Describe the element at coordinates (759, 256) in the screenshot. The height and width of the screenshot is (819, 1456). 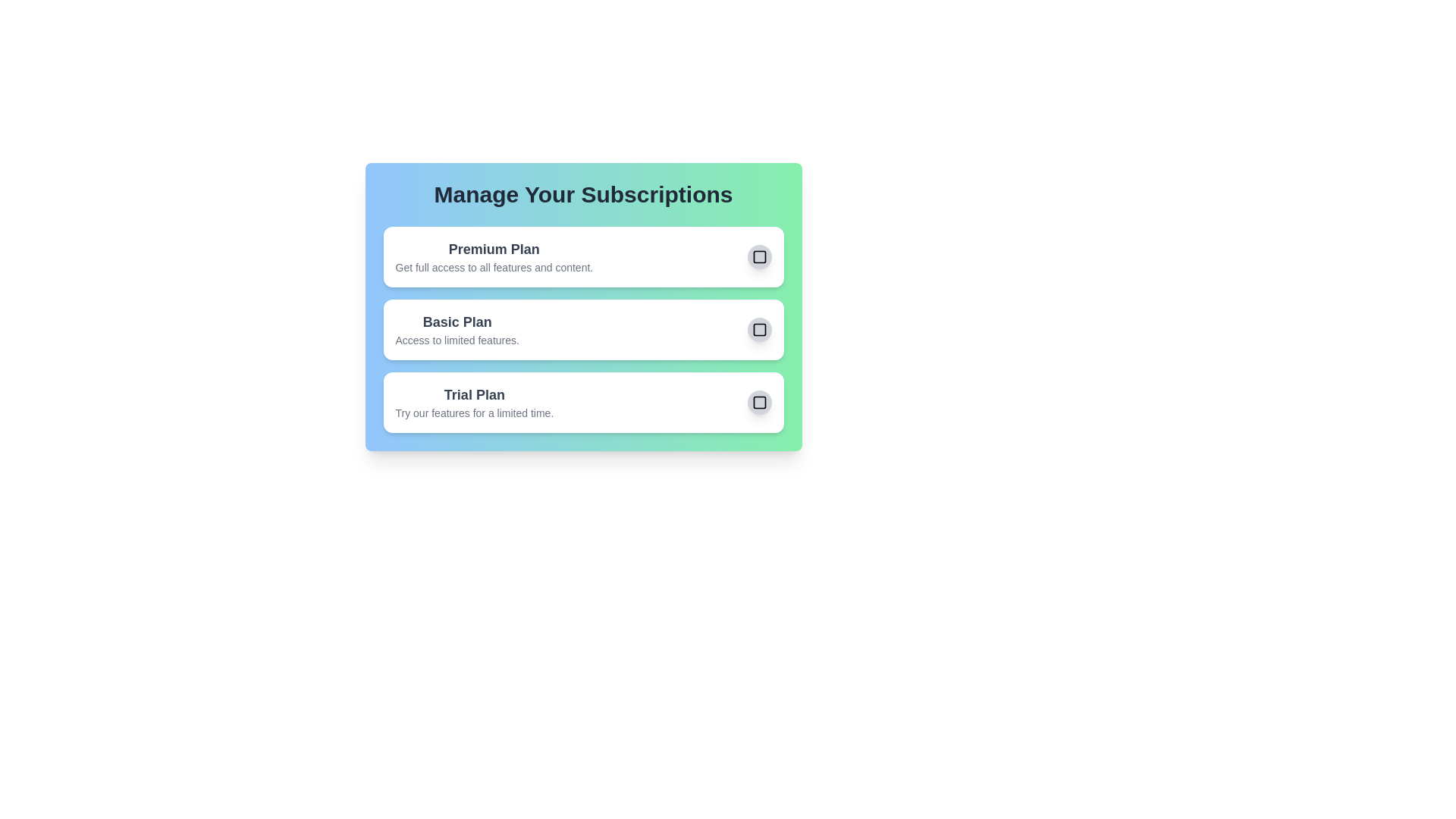
I see `the small rounded rectangle icon within the 'Premium Plan' card located at the top-right corner of the card` at that location.